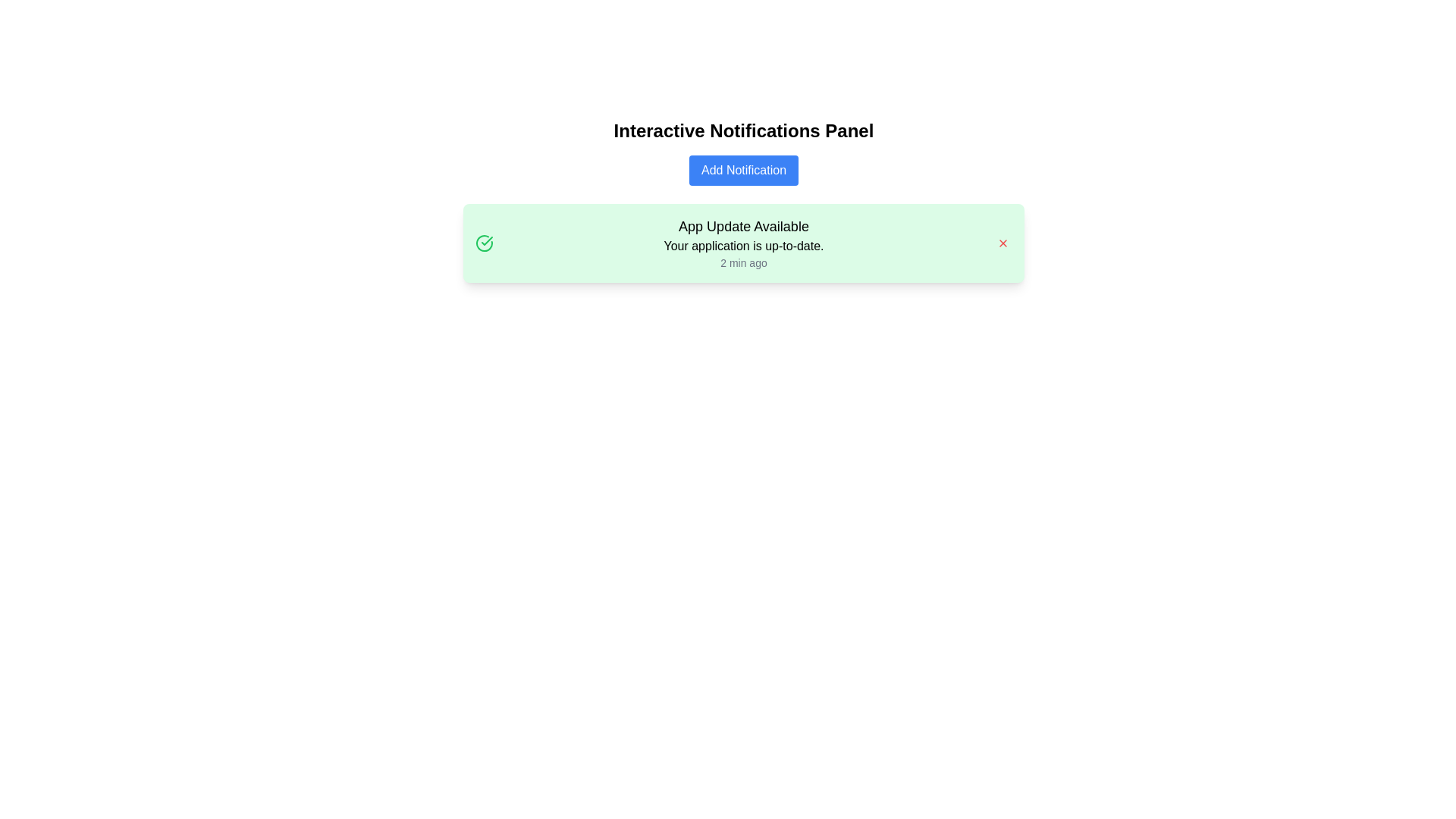 Image resolution: width=1456 pixels, height=819 pixels. Describe the element at coordinates (483, 242) in the screenshot. I see `the decorative graphic element within the SVG icon that indicates a successful or verified status on the left side of the notification card` at that location.